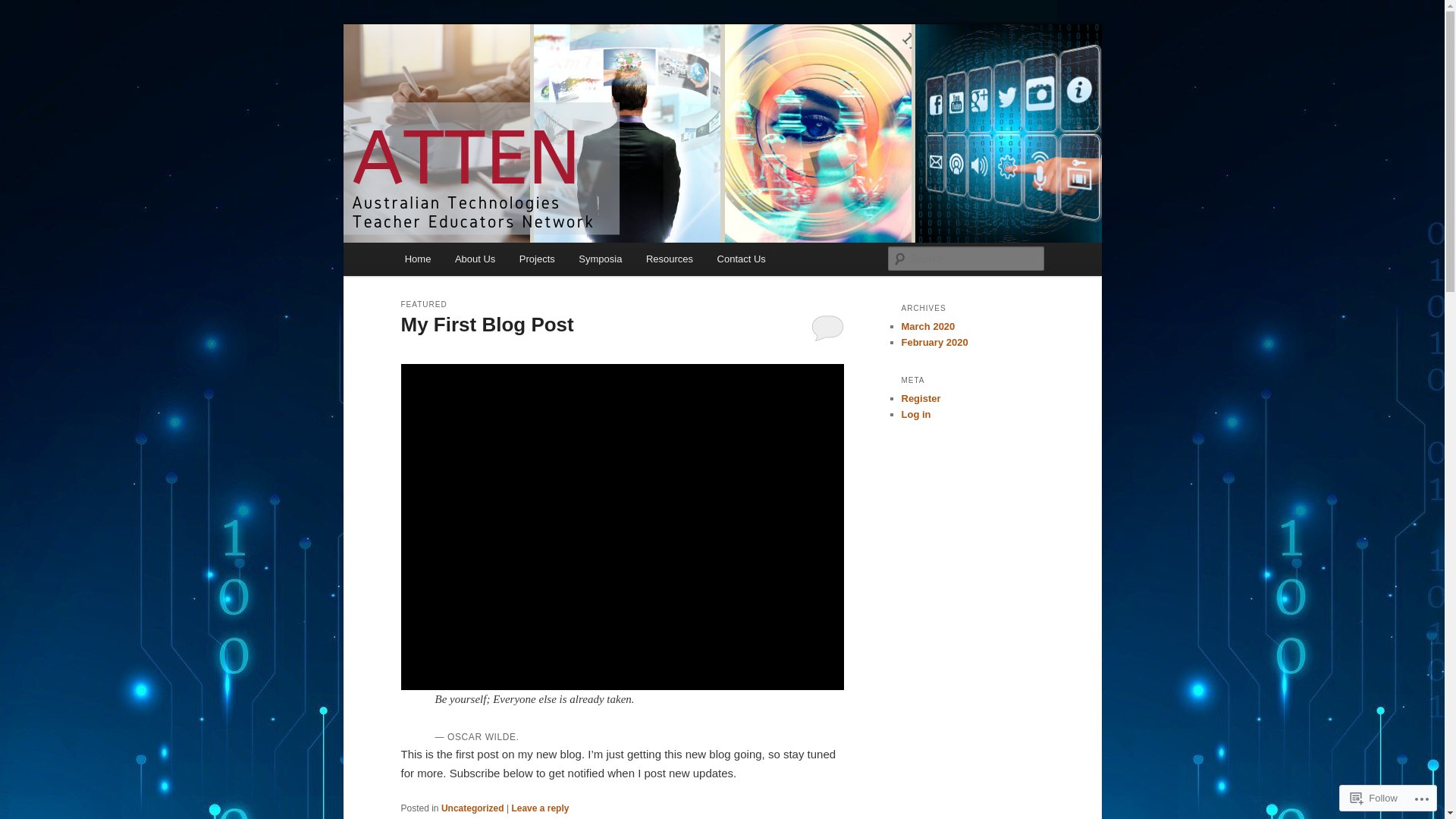 The width and height of the screenshot is (1456, 819). I want to click on 'Log in', so click(915, 414).